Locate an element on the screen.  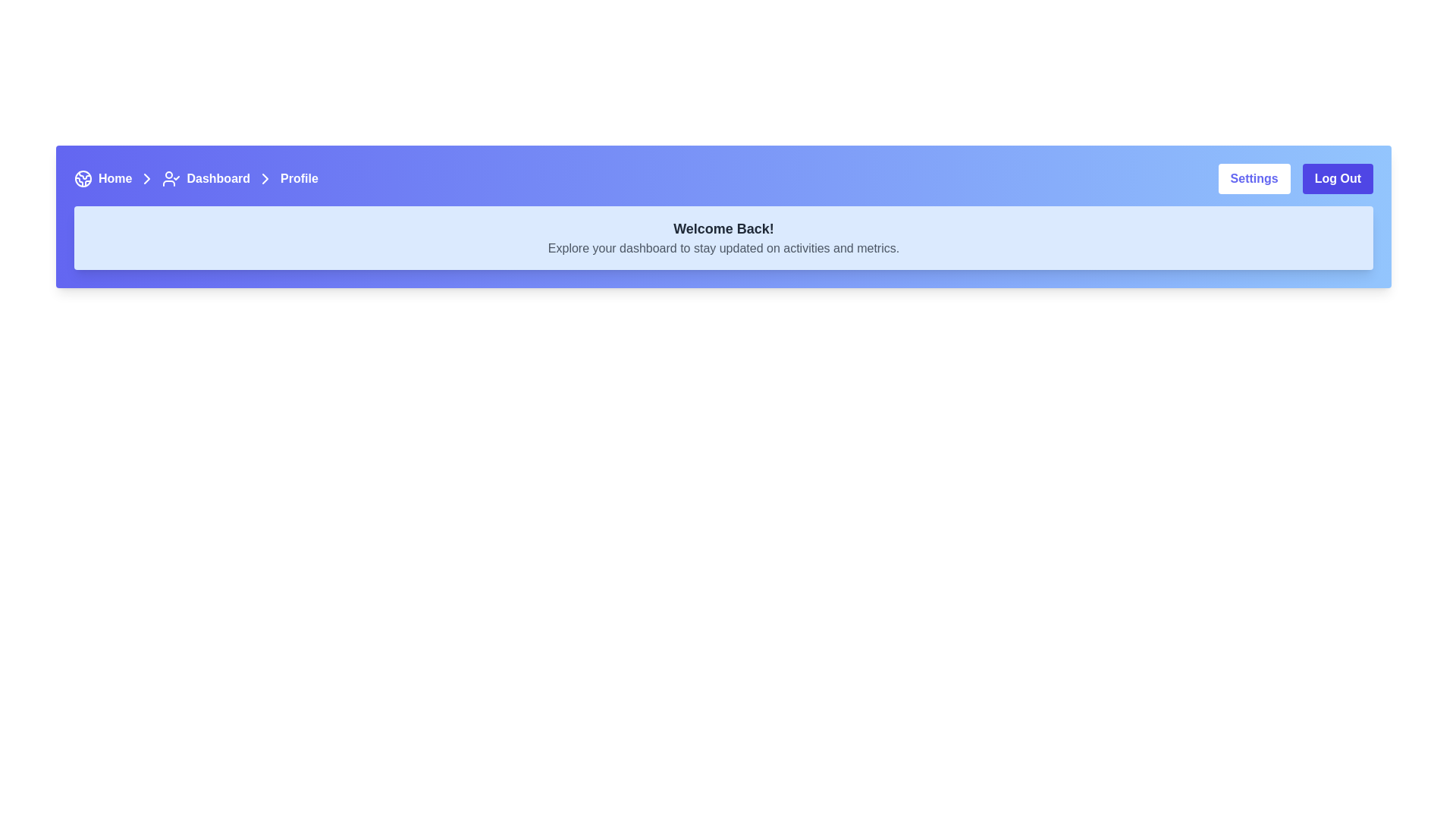
the circular globe icon in the breadcrumb navigation, which indicates a world or home theme, as a visual cue is located at coordinates (83, 177).